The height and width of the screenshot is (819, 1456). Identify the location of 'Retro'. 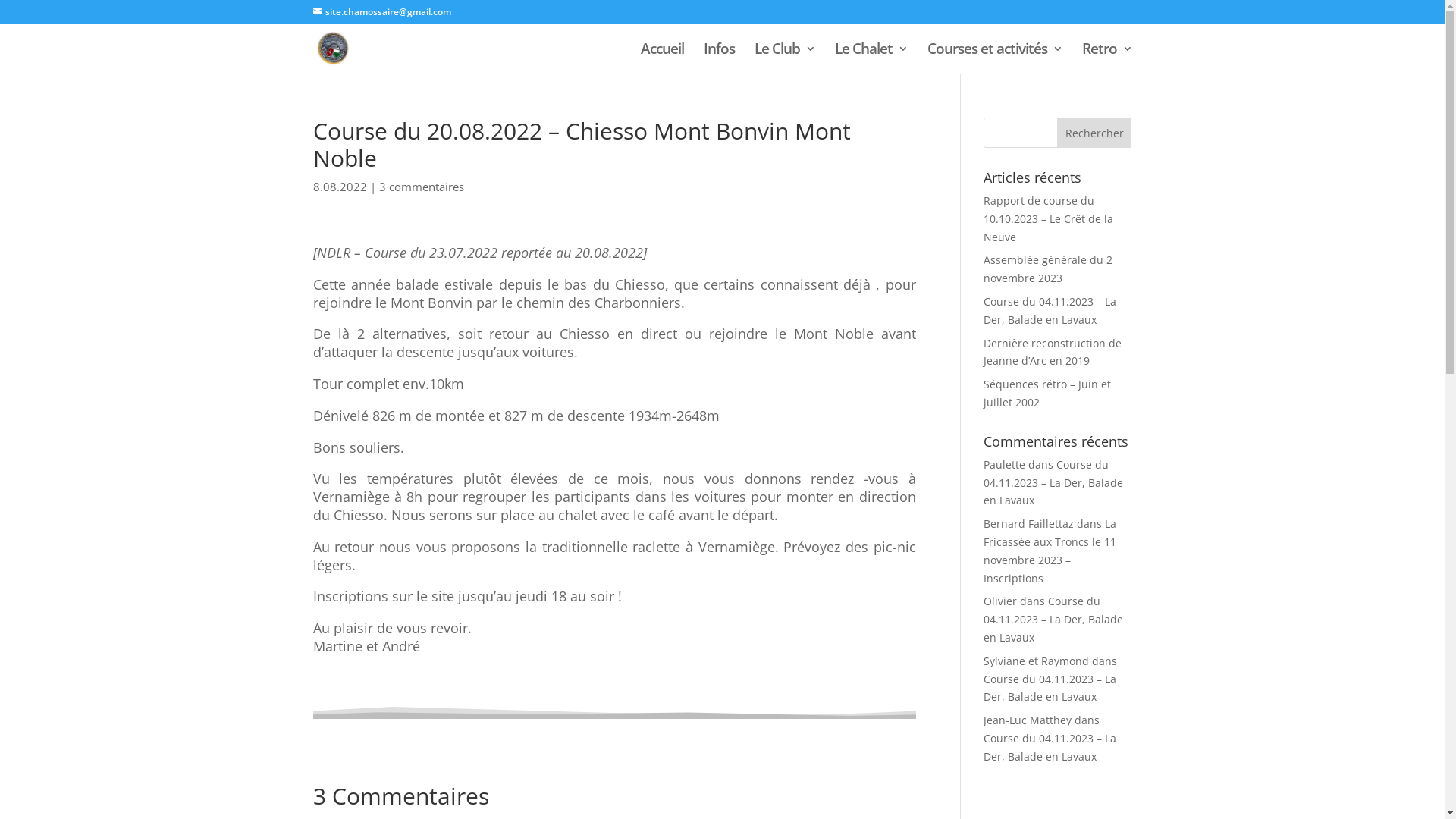
(1080, 58).